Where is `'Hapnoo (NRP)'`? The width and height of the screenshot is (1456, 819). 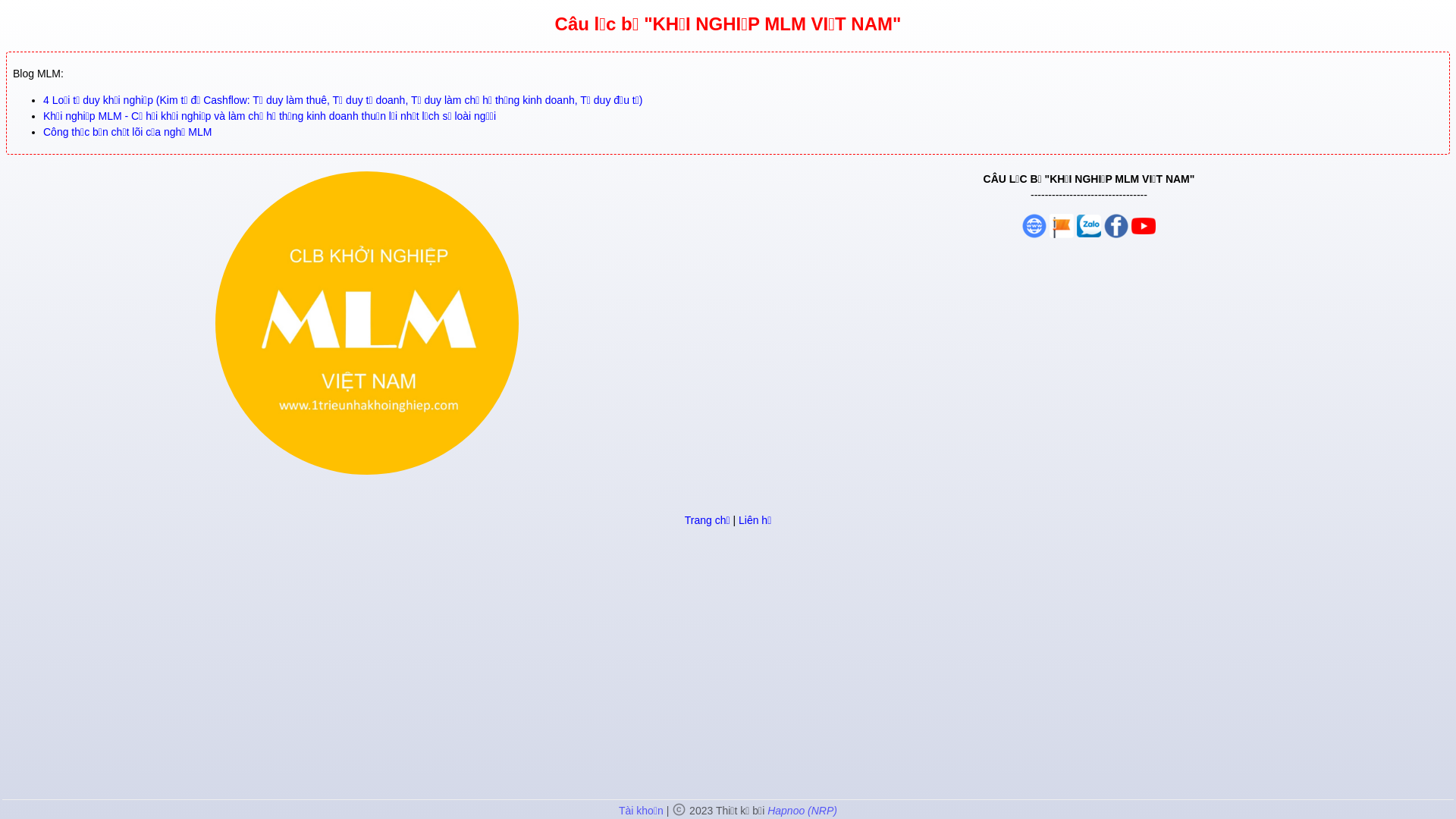 'Hapnoo (NRP)' is located at coordinates (801, 809).